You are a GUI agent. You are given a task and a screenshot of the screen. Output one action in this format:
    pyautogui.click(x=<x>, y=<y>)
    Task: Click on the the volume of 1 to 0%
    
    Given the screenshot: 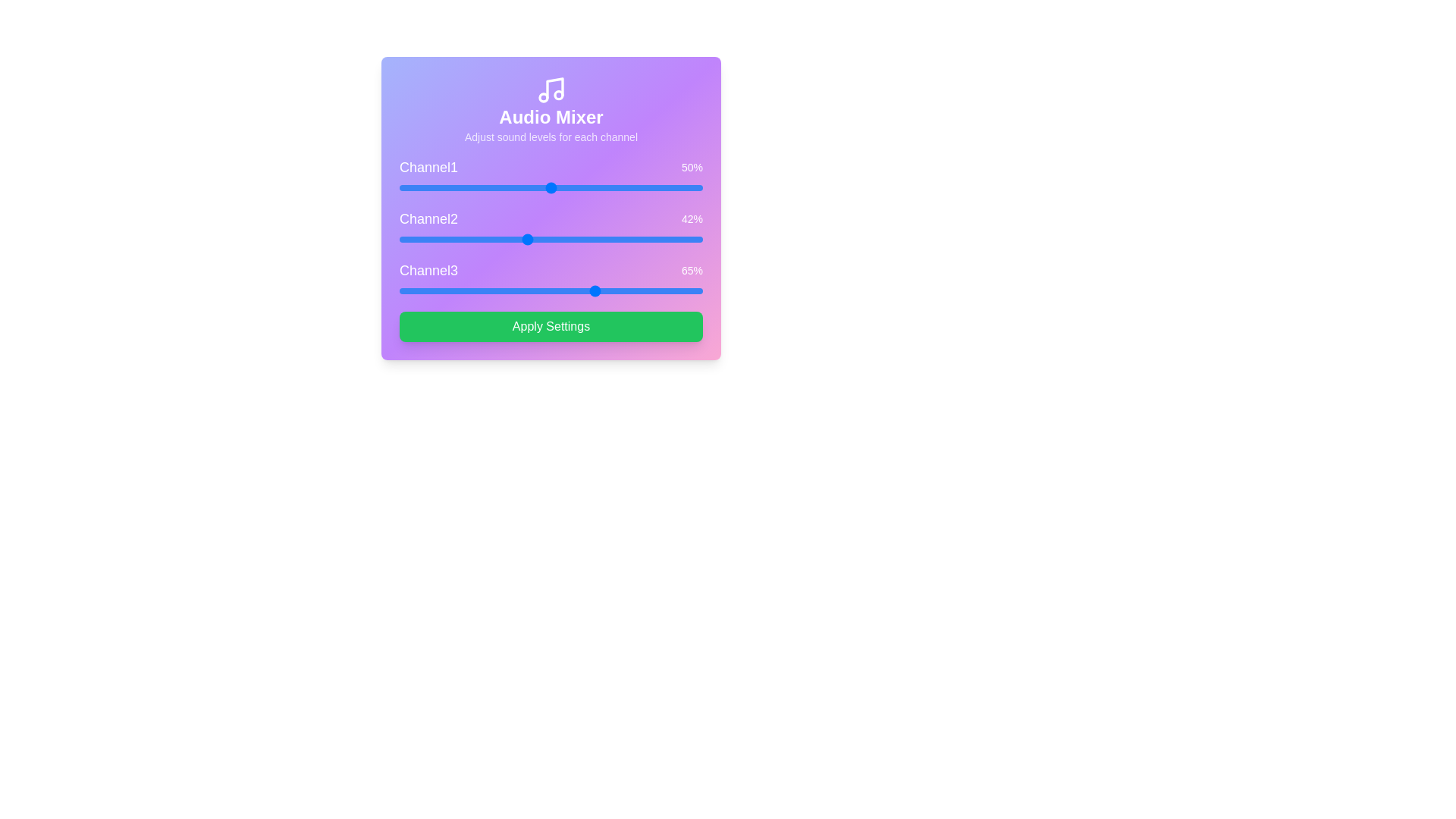 What is the action you would take?
    pyautogui.click(x=400, y=187)
    